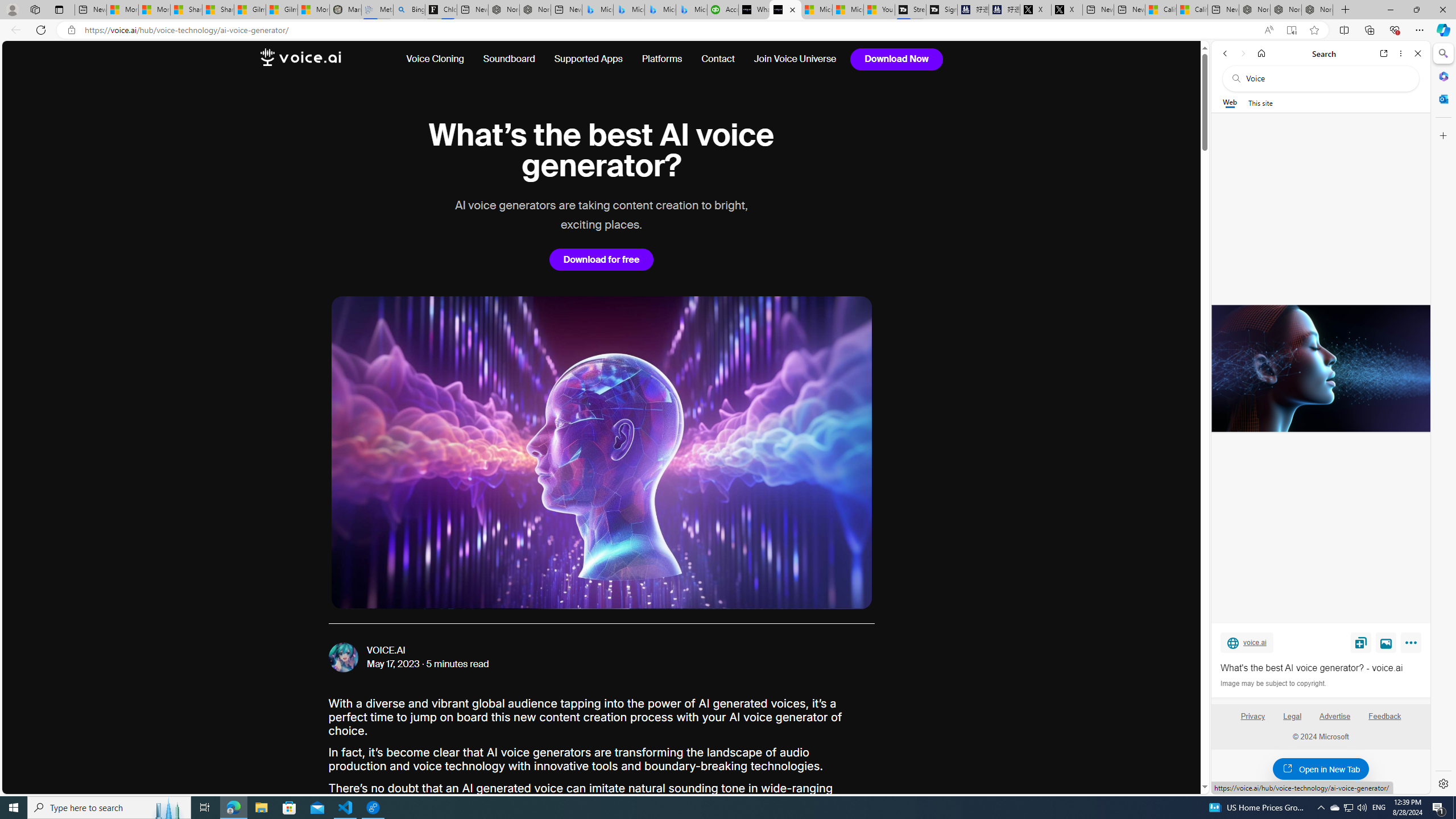  Describe the element at coordinates (1292, 716) in the screenshot. I see `'Legal'` at that location.